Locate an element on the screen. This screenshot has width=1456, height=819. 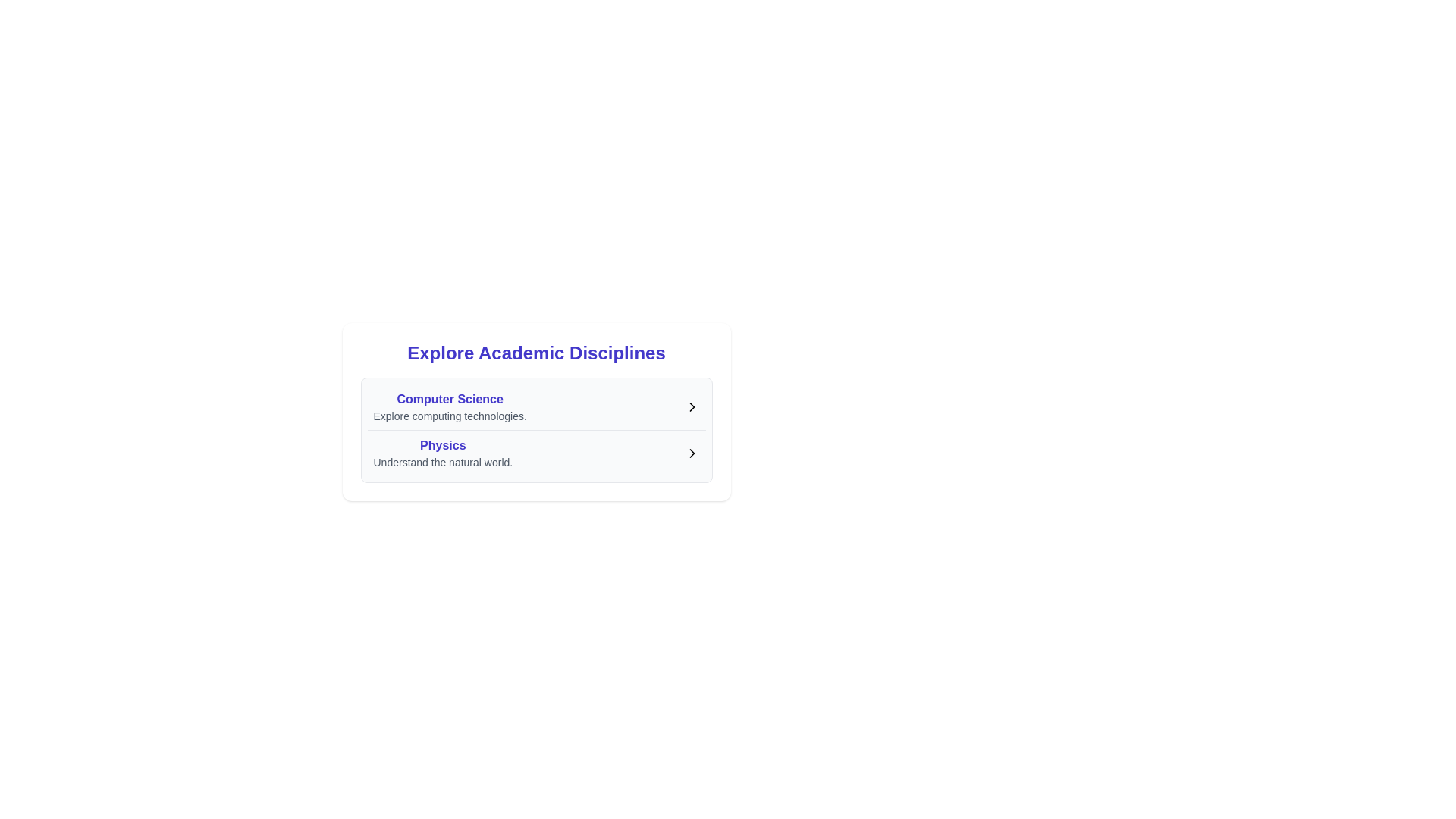
the descriptive subtitle text located below the 'Computer Science' title in the 'Explore Academic Disciplines' section is located at coordinates (449, 416).